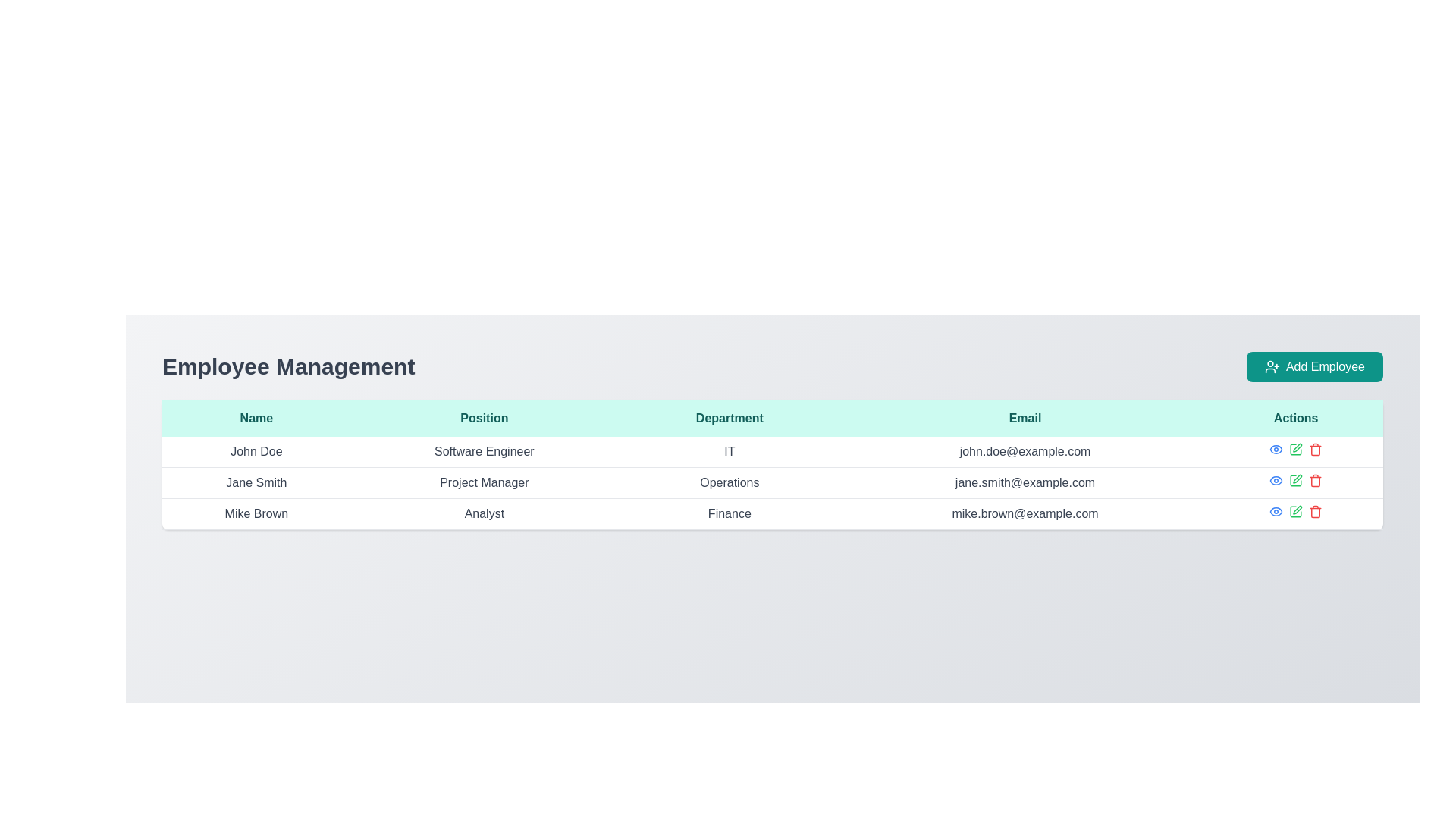 The image size is (1456, 819). I want to click on the text label displaying 'Jane Smith' in a gray font, located in the second row of the employee information table under the 'Name' column, so click(256, 482).